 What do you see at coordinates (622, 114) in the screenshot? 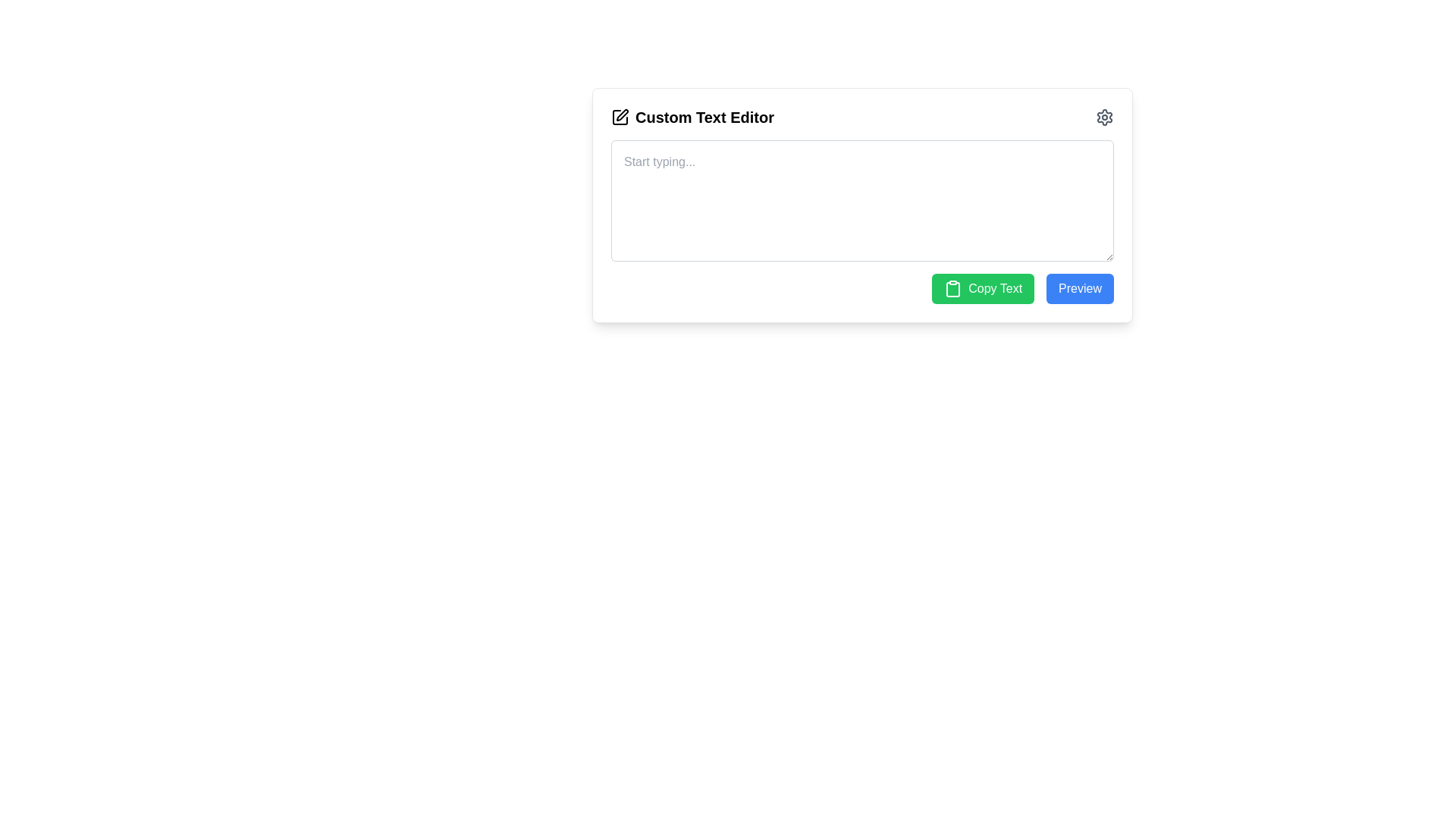
I see `the pen icon located in the top-left corner of the 'Custom Text Editor' box` at bounding box center [622, 114].